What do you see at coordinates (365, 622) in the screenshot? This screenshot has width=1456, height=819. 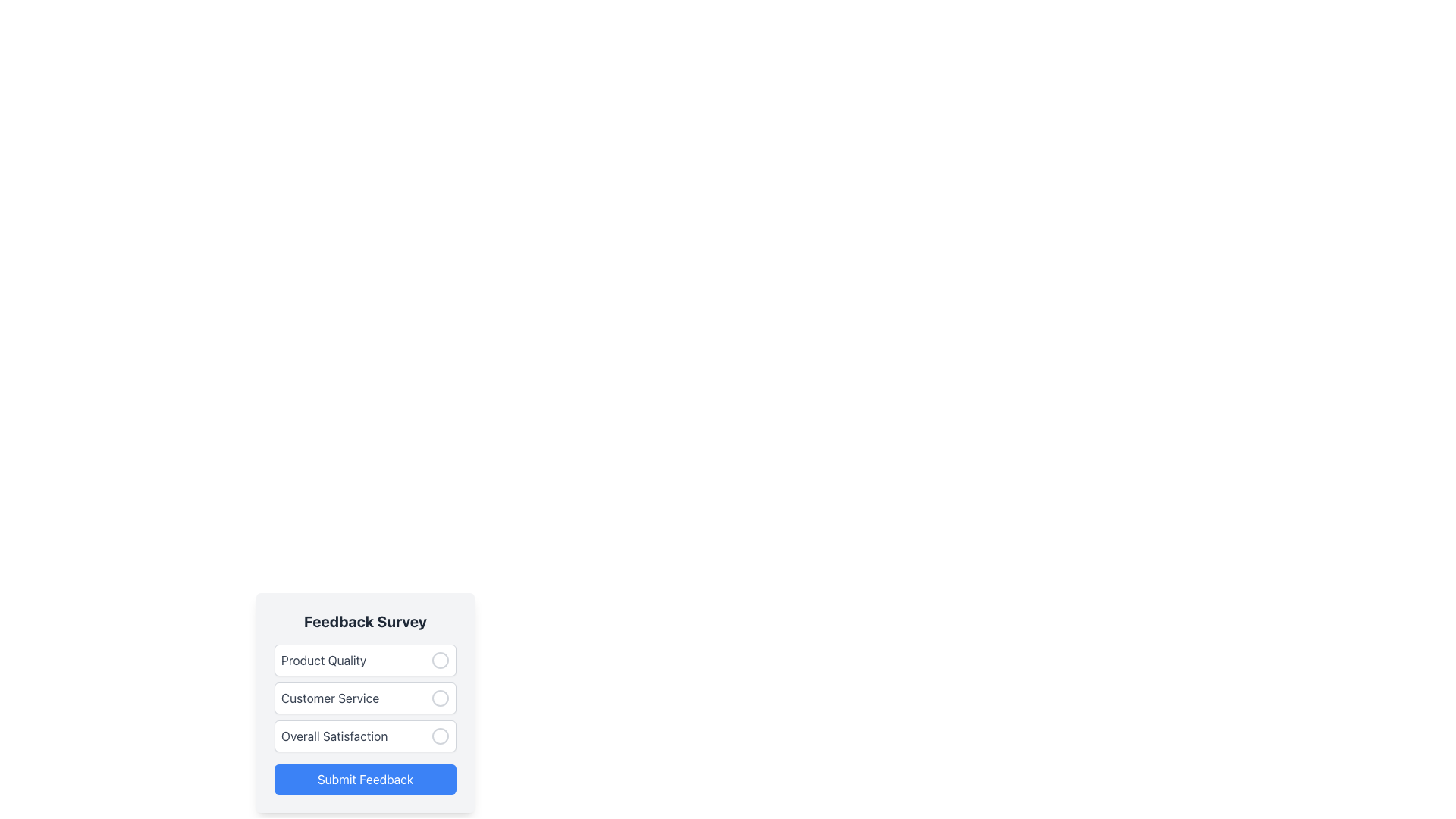 I see `the Static Text element displaying 'Feedback Survey' in bold, located at the top of the feedback form interface` at bounding box center [365, 622].